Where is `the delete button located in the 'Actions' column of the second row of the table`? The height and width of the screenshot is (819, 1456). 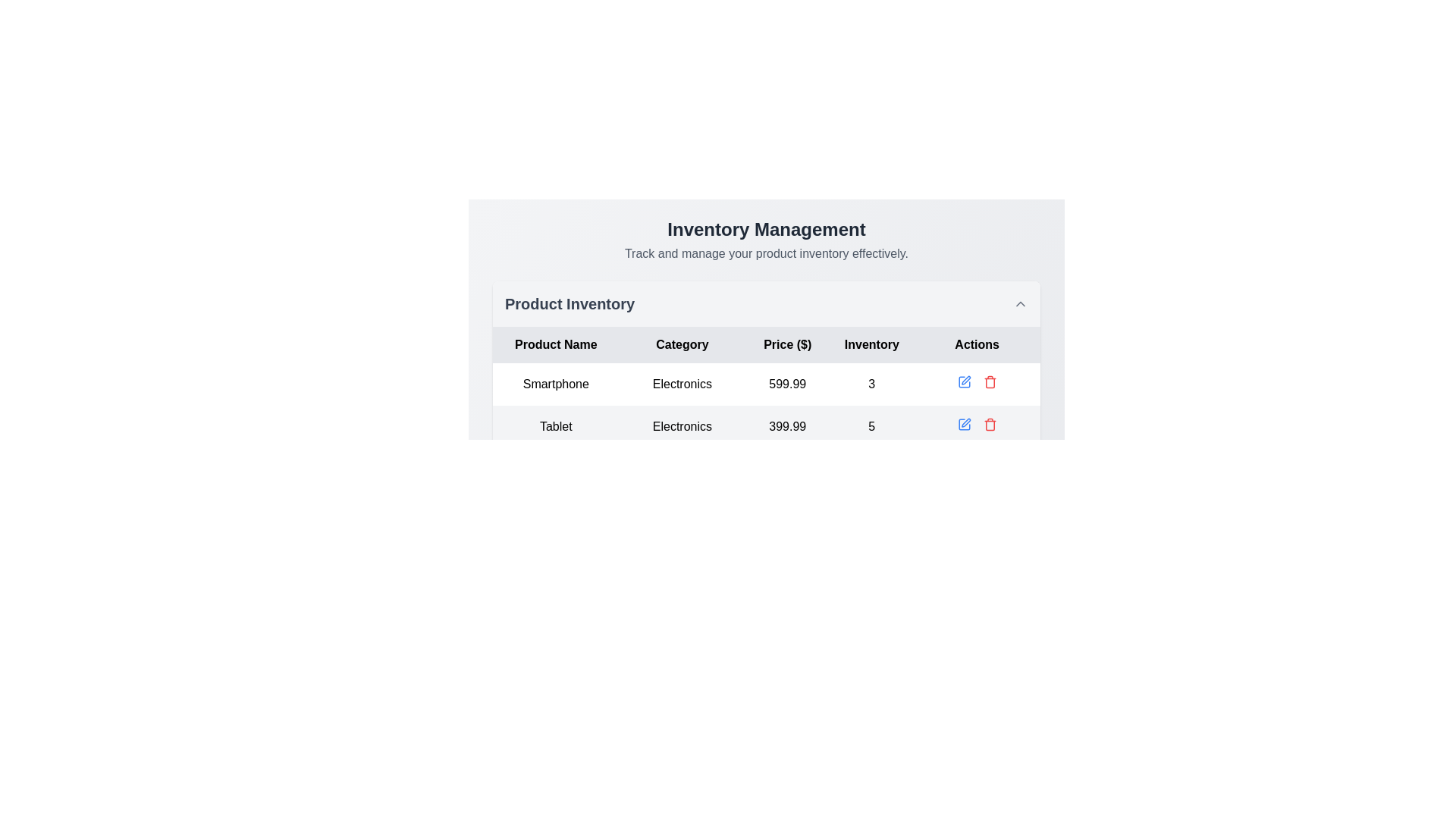 the delete button located in the 'Actions' column of the second row of the table is located at coordinates (990, 381).